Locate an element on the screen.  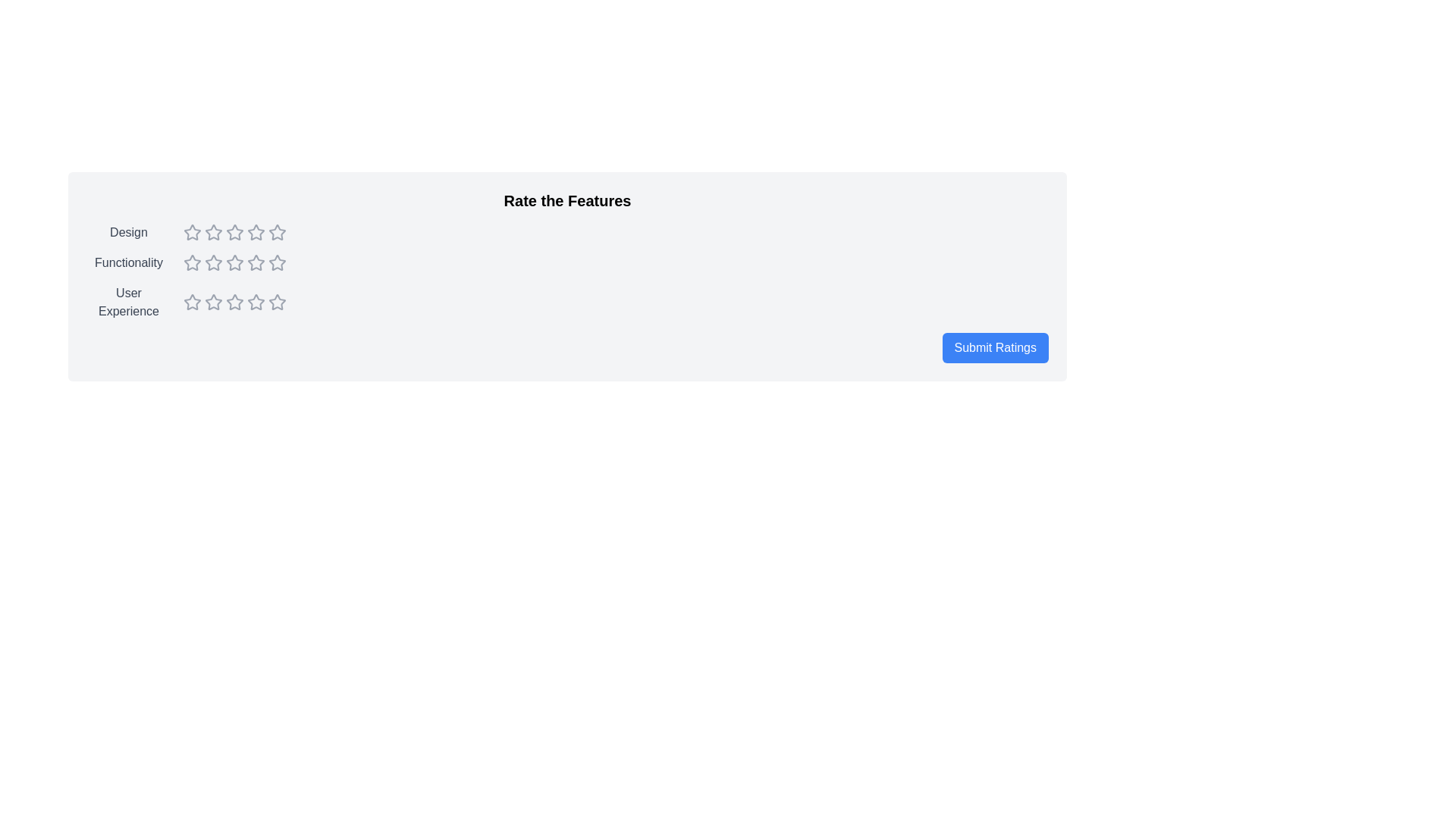
the first star-shaped icon in the rating component for 'Design' is located at coordinates (192, 232).